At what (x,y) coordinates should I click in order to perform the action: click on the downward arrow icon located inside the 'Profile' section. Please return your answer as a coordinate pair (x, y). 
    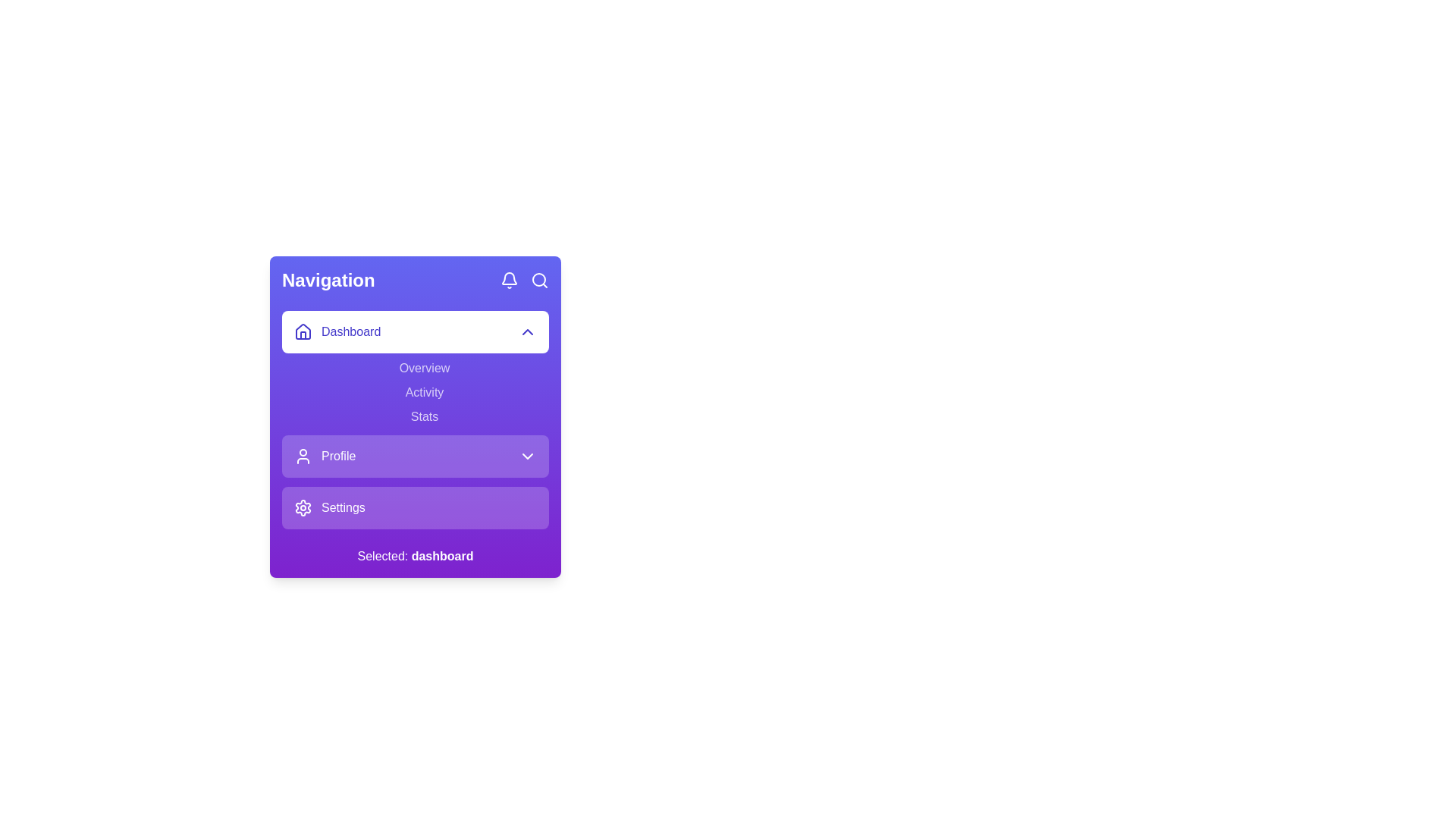
    Looking at the image, I should click on (528, 455).